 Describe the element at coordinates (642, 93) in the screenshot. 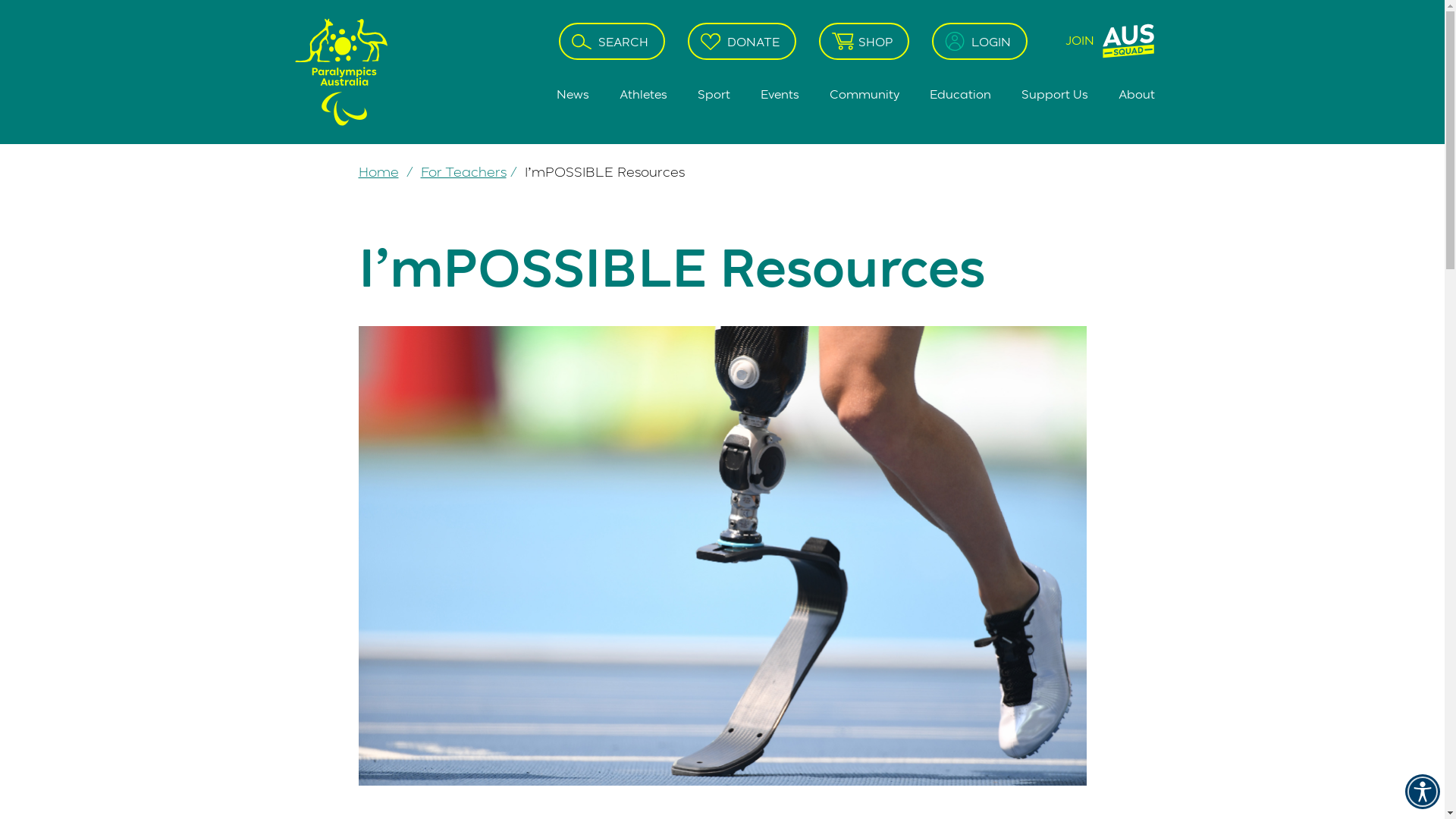

I see `'Athletes'` at that location.